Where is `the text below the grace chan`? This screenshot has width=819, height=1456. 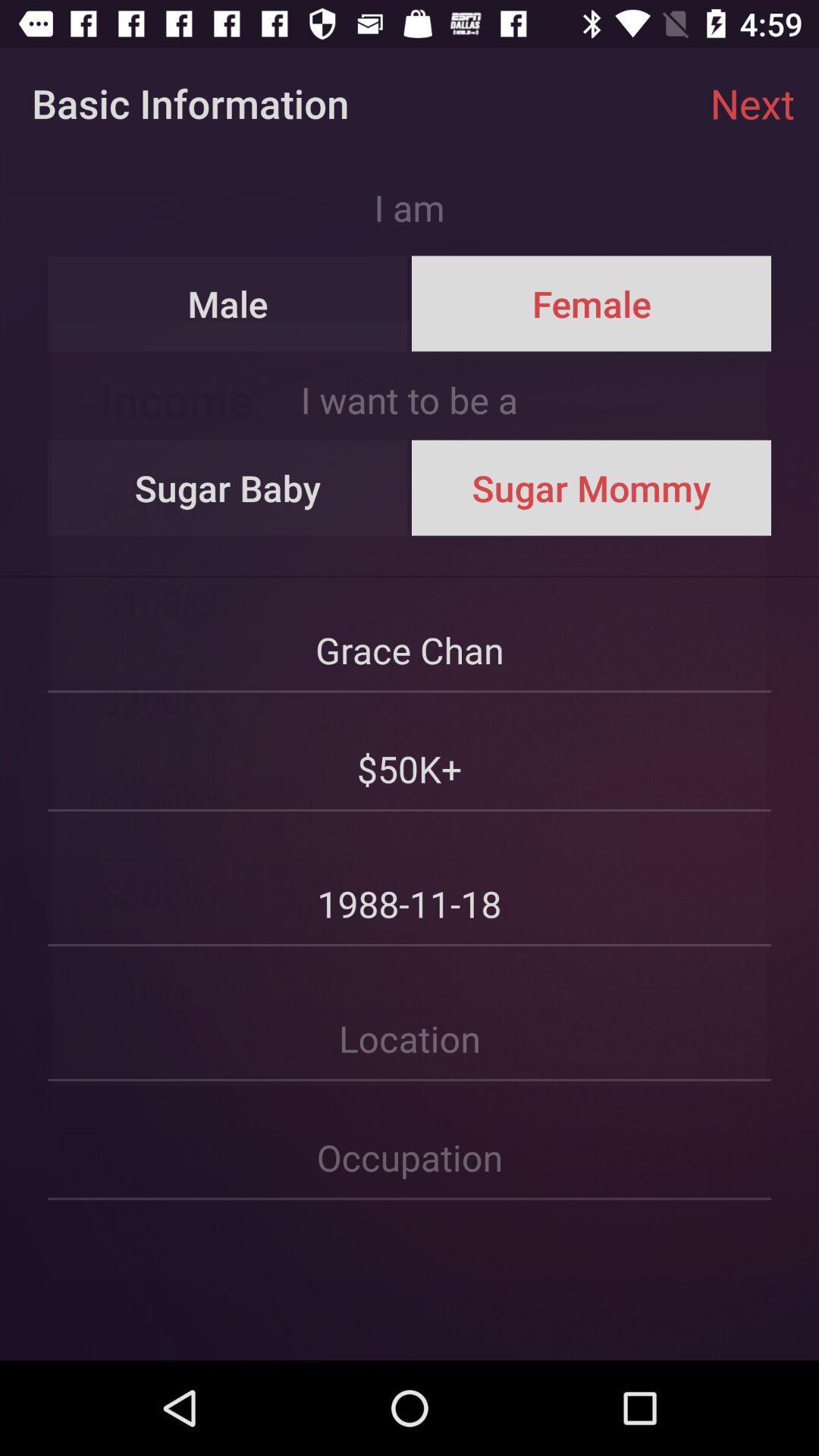
the text below the grace chan is located at coordinates (409, 753).